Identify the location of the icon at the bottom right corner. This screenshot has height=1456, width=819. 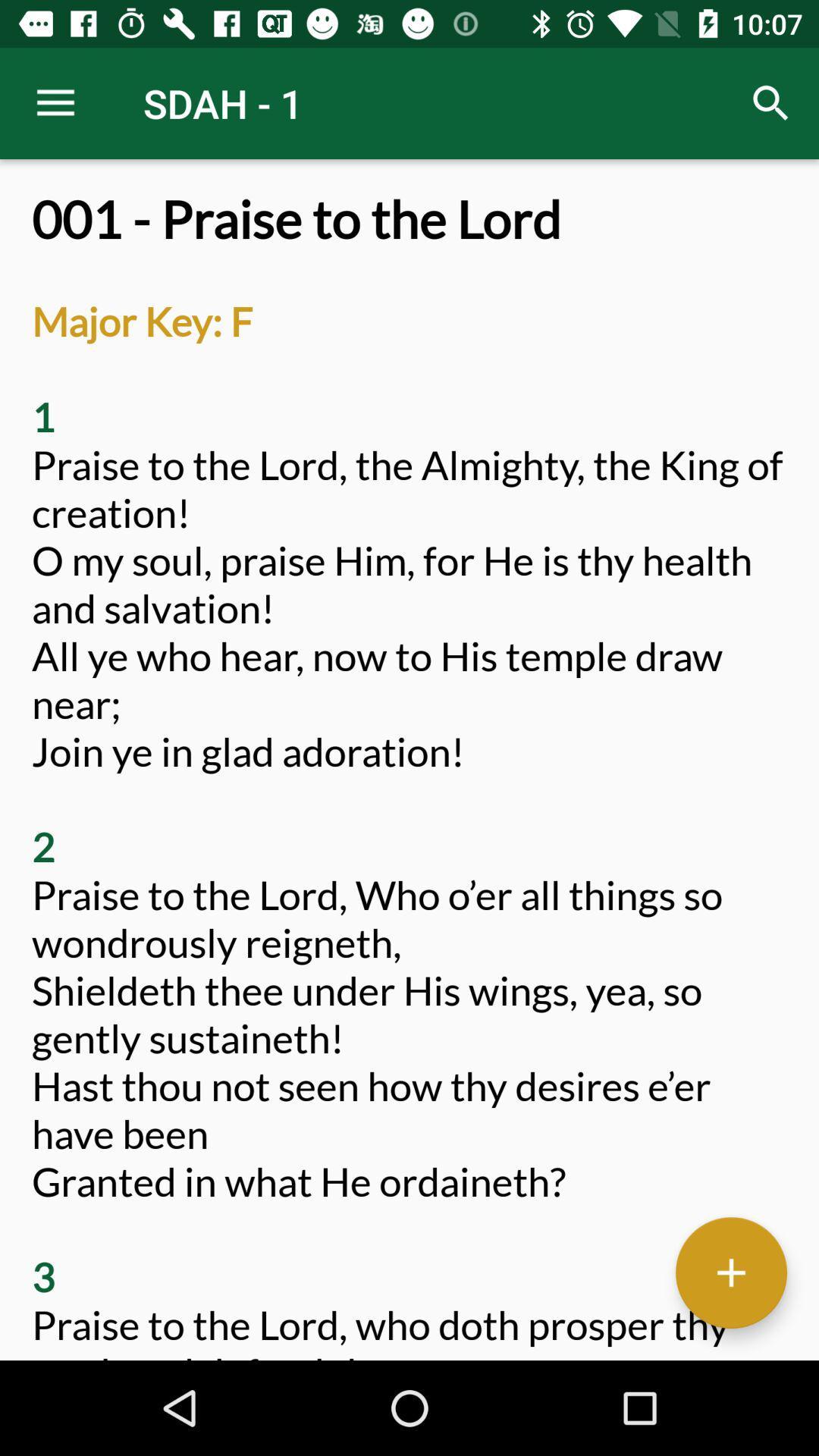
(730, 1272).